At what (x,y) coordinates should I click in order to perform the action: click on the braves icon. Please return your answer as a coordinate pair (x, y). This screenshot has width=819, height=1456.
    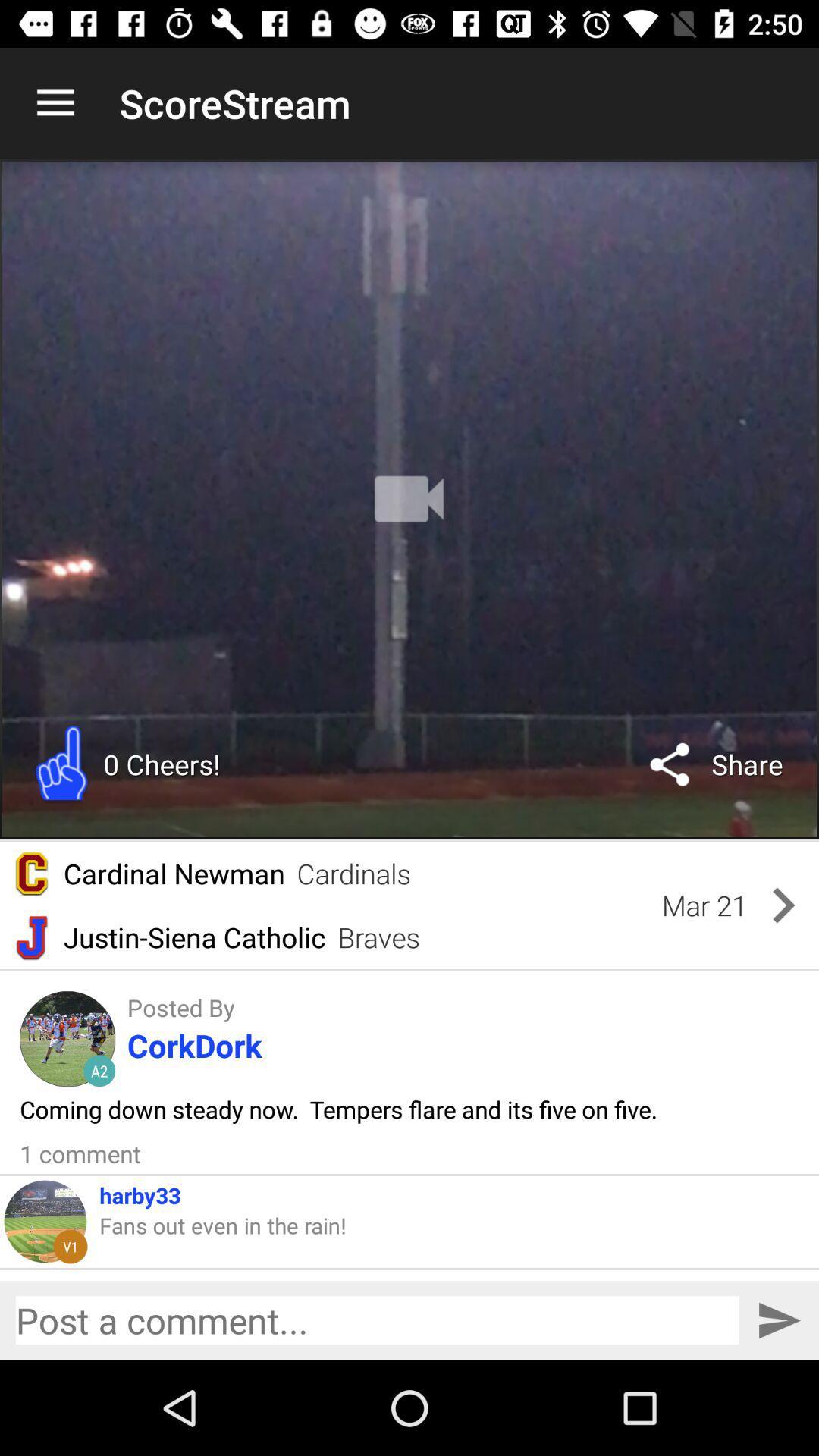
    Looking at the image, I should click on (378, 937).